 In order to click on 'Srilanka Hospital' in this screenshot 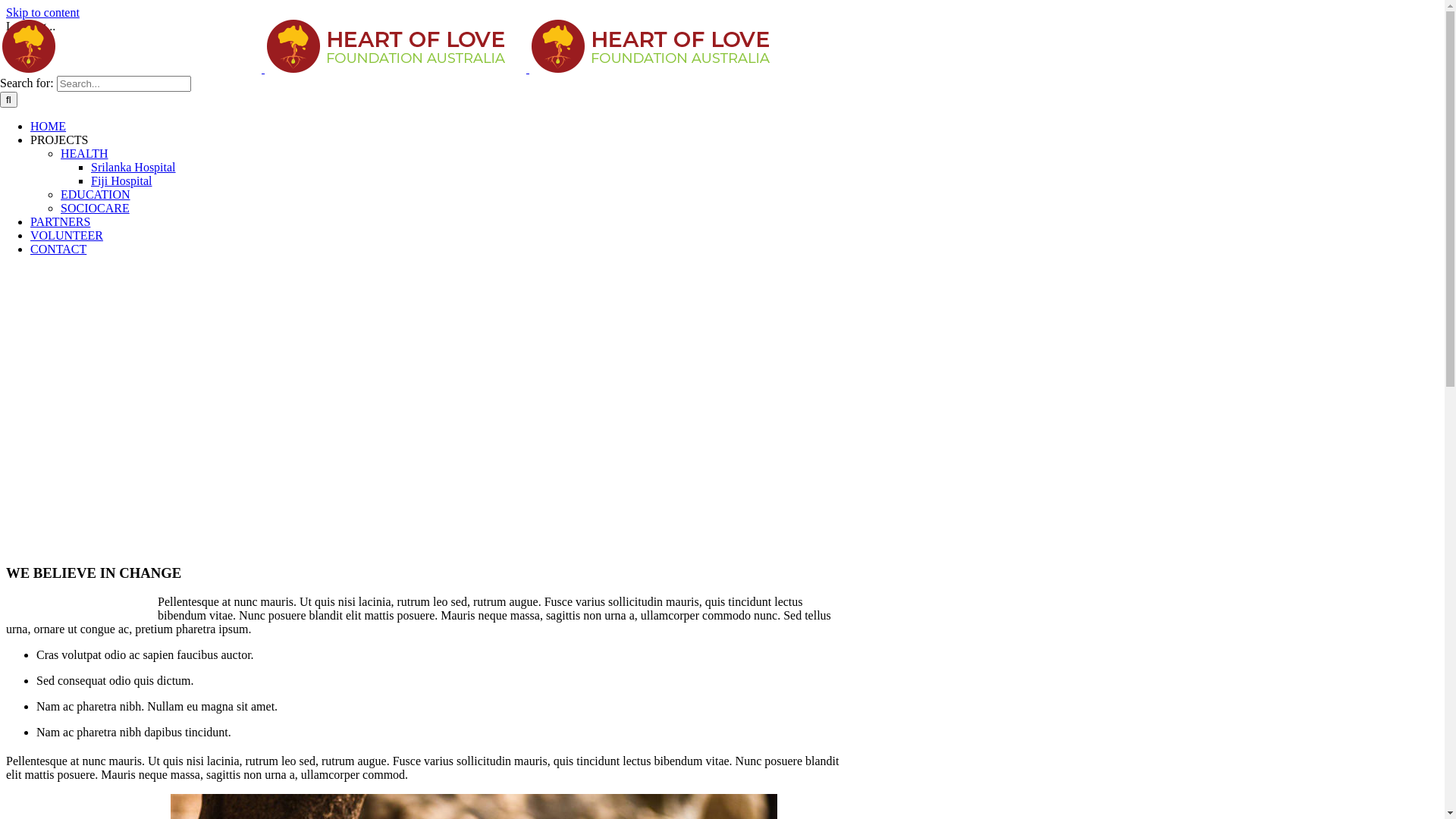, I will do `click(133, 167)`.